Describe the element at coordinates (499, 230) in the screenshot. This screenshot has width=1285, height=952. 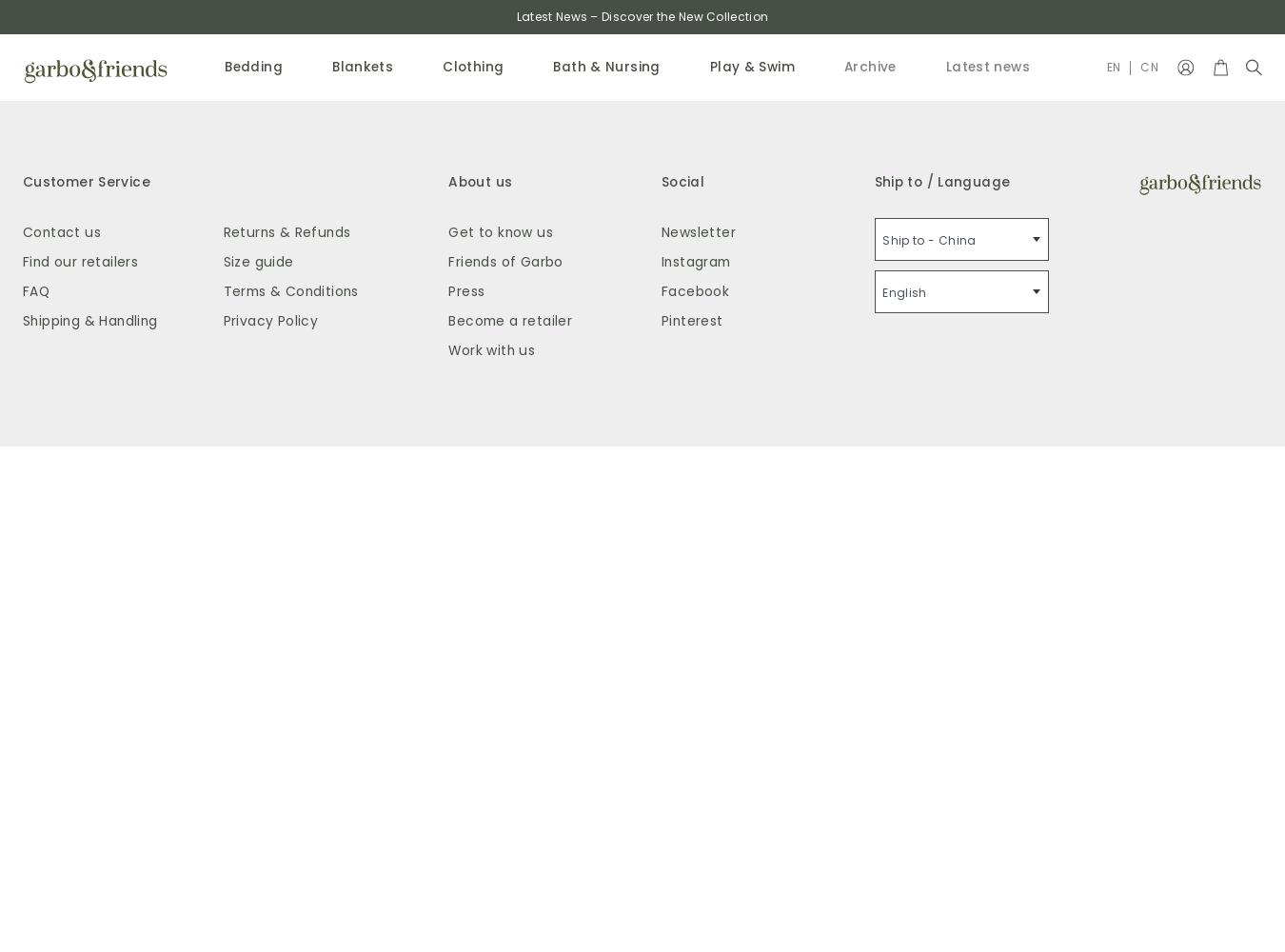
I see `'Get to know us'` at that location.